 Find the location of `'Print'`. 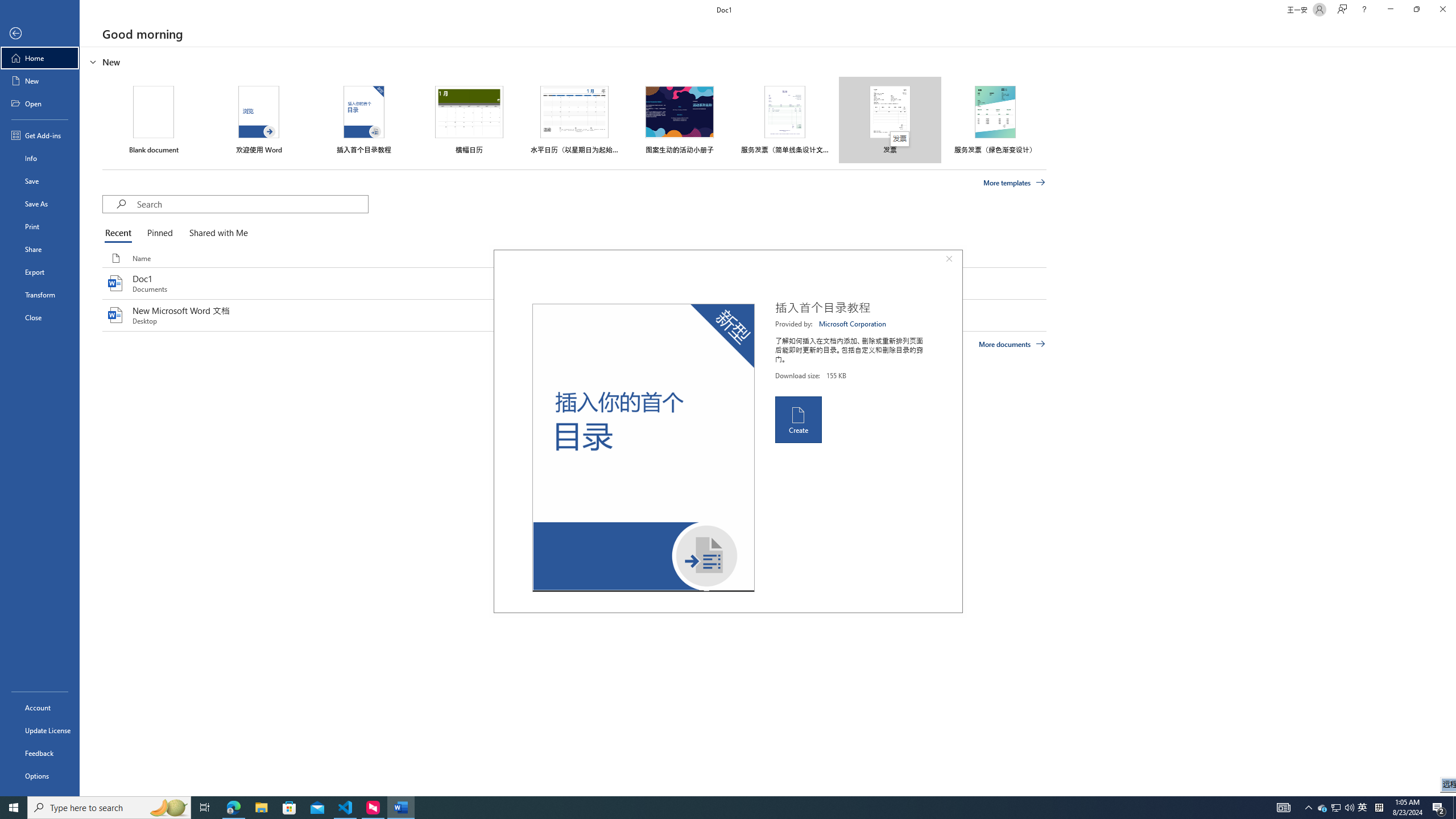

'Print' is located at coordinates (39, 226).